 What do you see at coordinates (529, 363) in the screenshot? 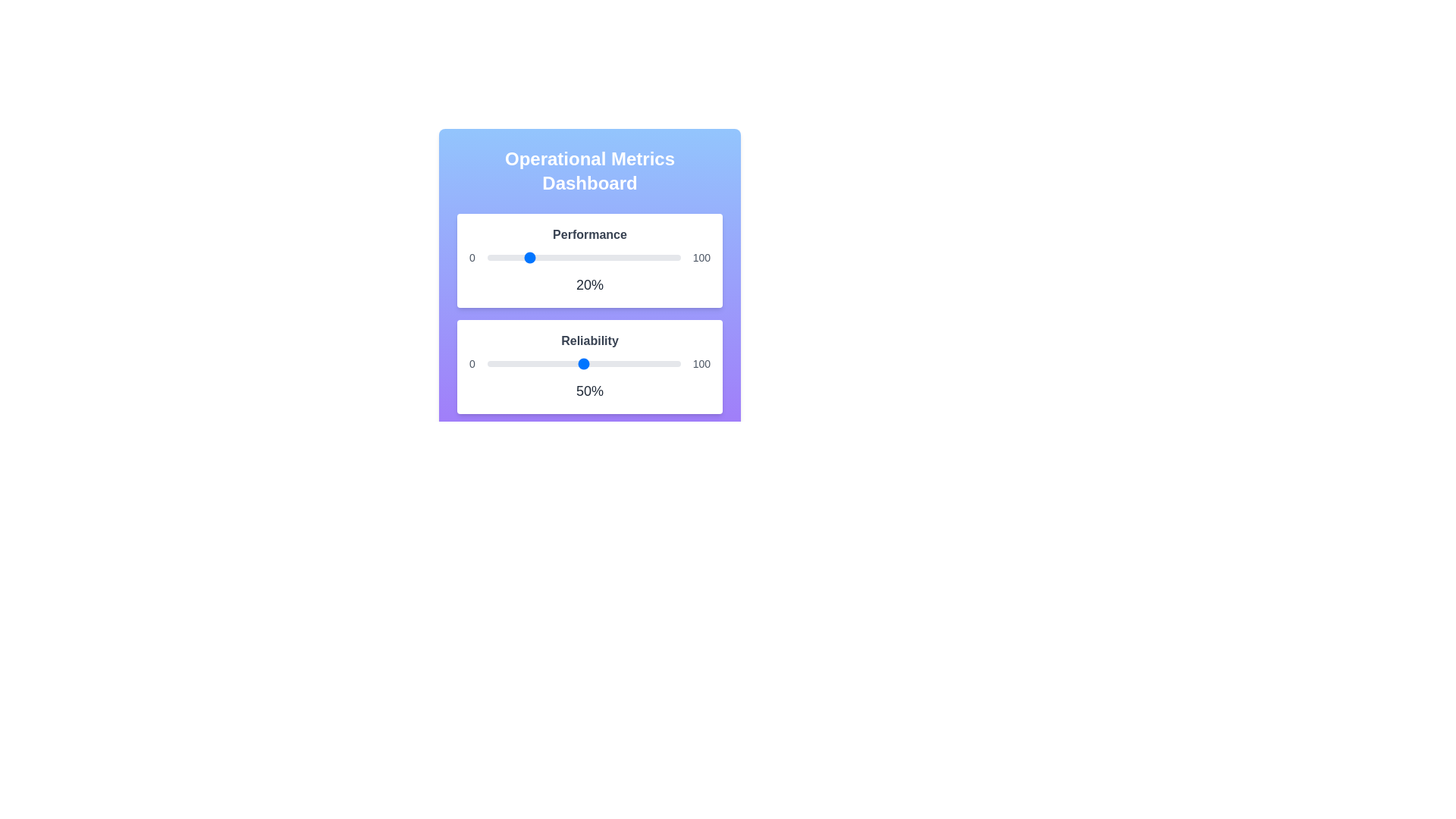
I see `the reliability slider` at bounding box center [529, 363].